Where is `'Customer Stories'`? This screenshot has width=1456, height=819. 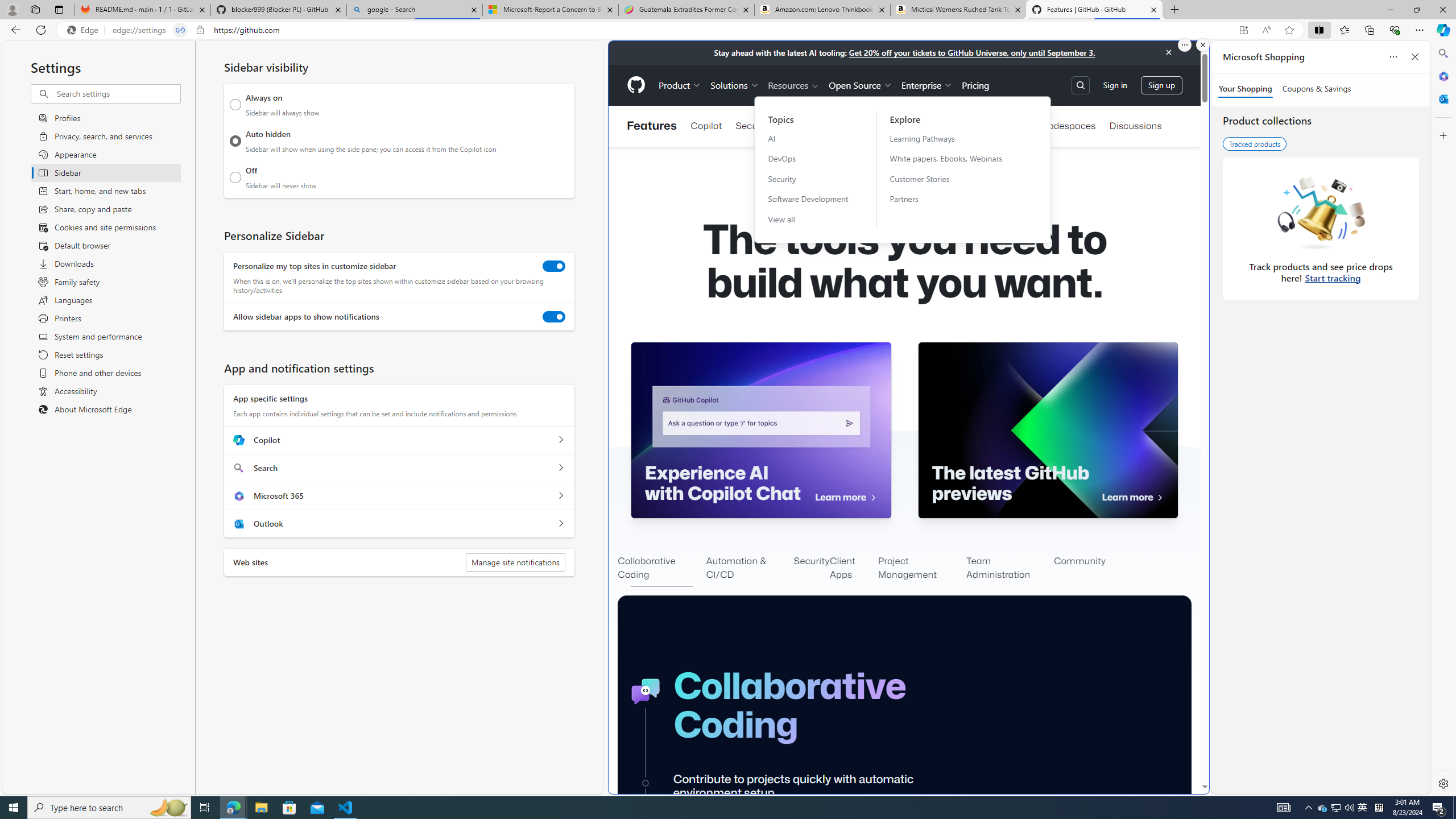
'Customer Stories' is located at coordinates (953, 179).